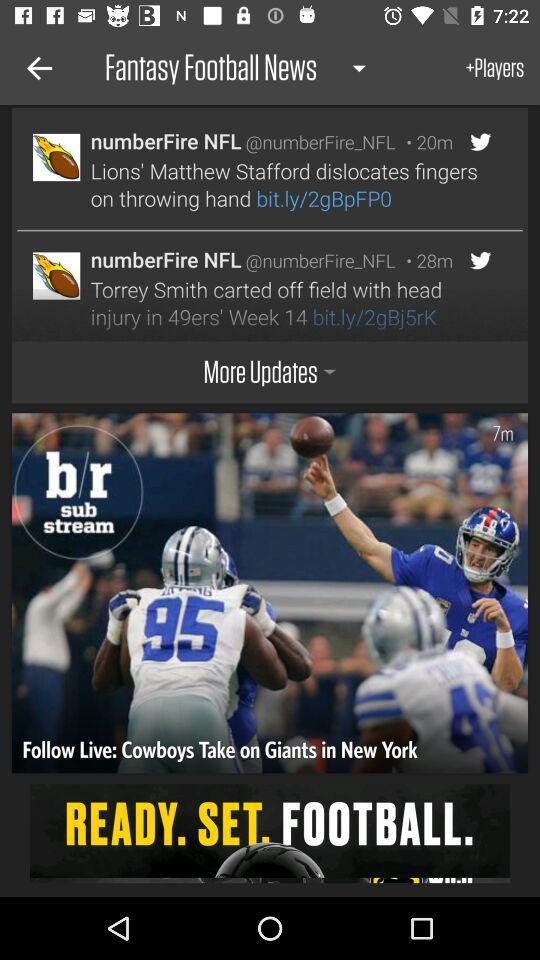 This screenshot has height=960, width=540. Describe the element at coordinates (423, 259) in the screenshot. I see `the icon next to @numberfire_nfl item` at that location.